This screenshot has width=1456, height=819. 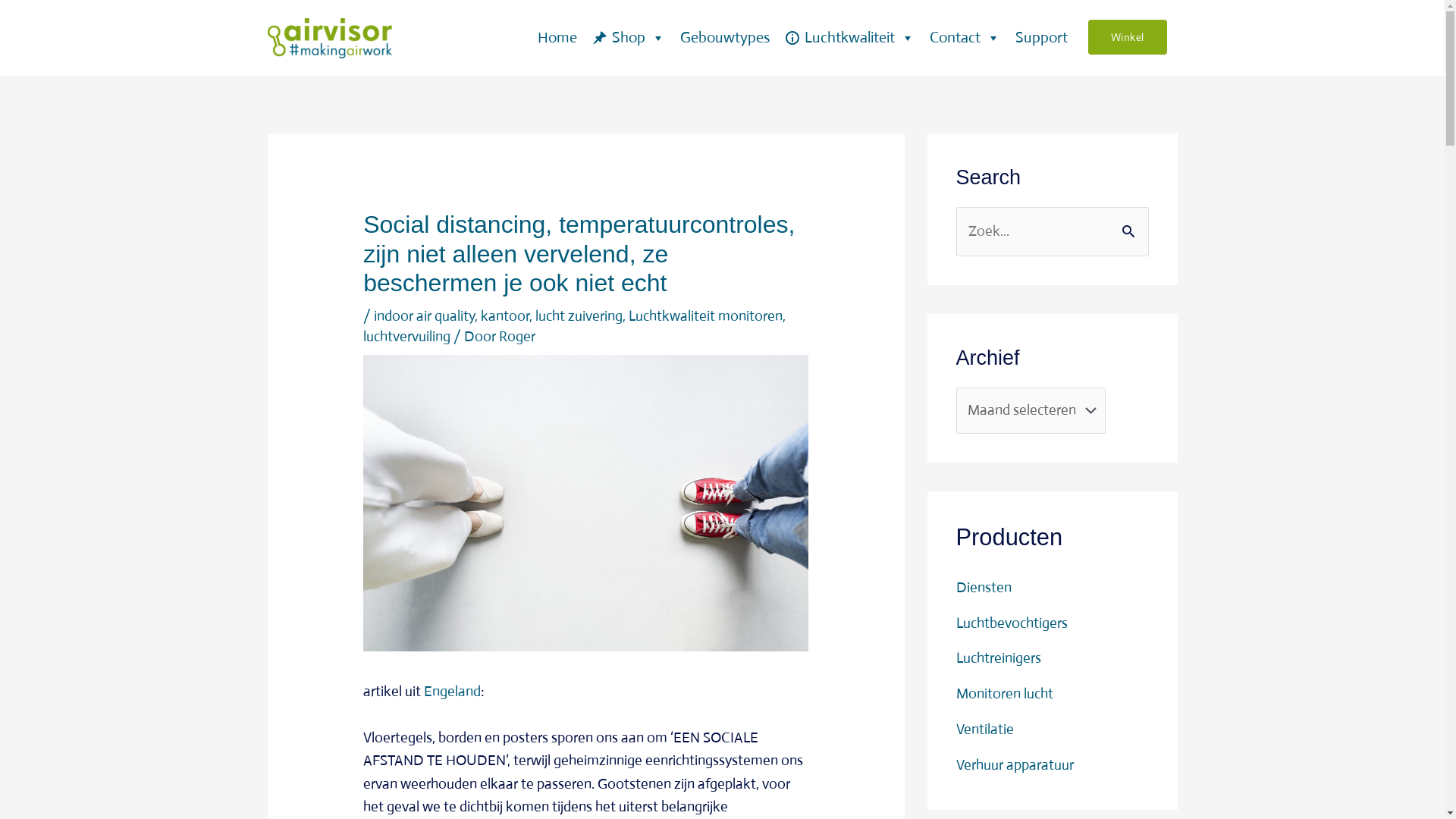 I want to click on 'Luchtbevochtigers', so click(x=1011, y=623).